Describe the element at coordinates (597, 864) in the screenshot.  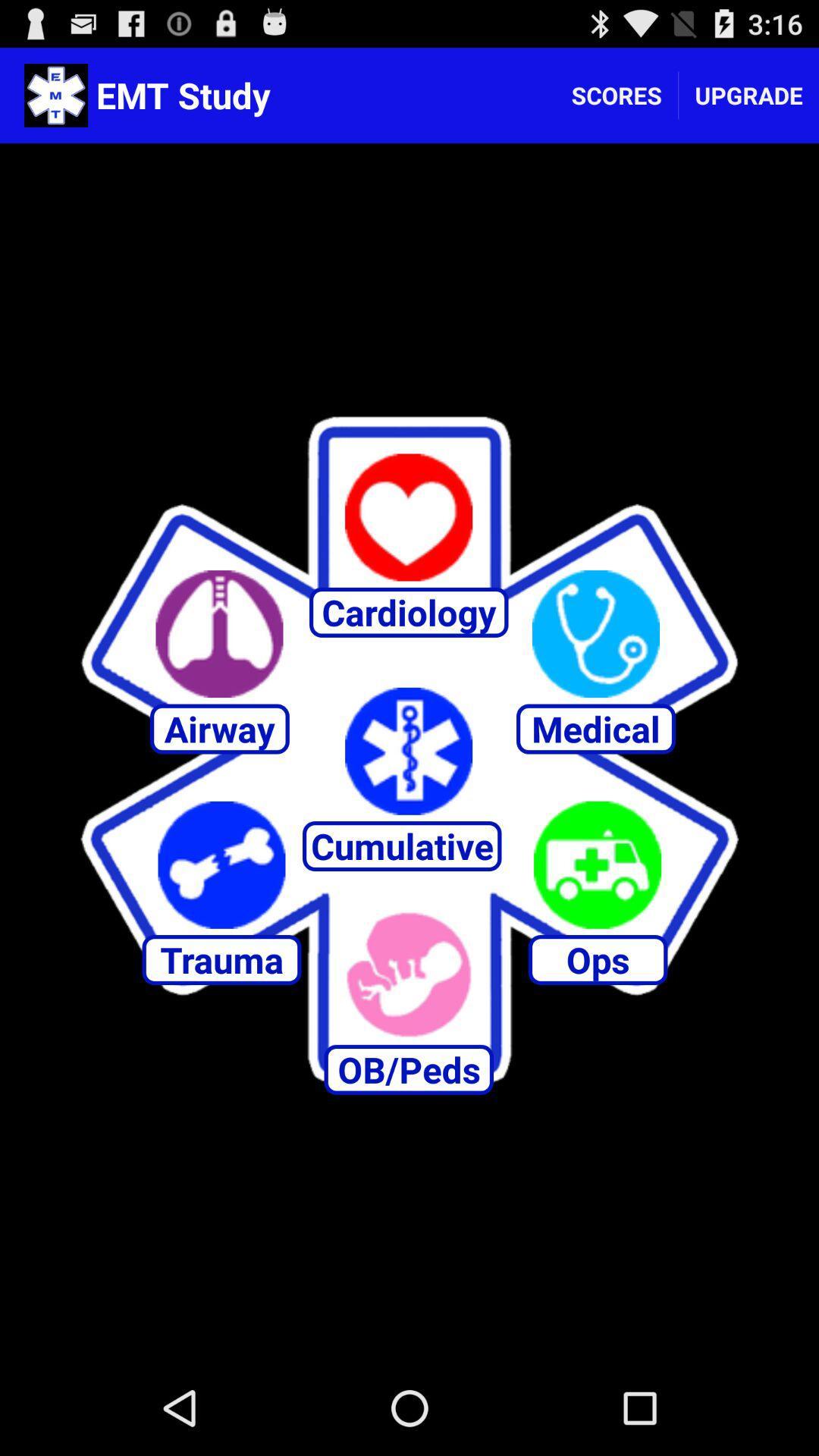
I see `ops icon` at that location.